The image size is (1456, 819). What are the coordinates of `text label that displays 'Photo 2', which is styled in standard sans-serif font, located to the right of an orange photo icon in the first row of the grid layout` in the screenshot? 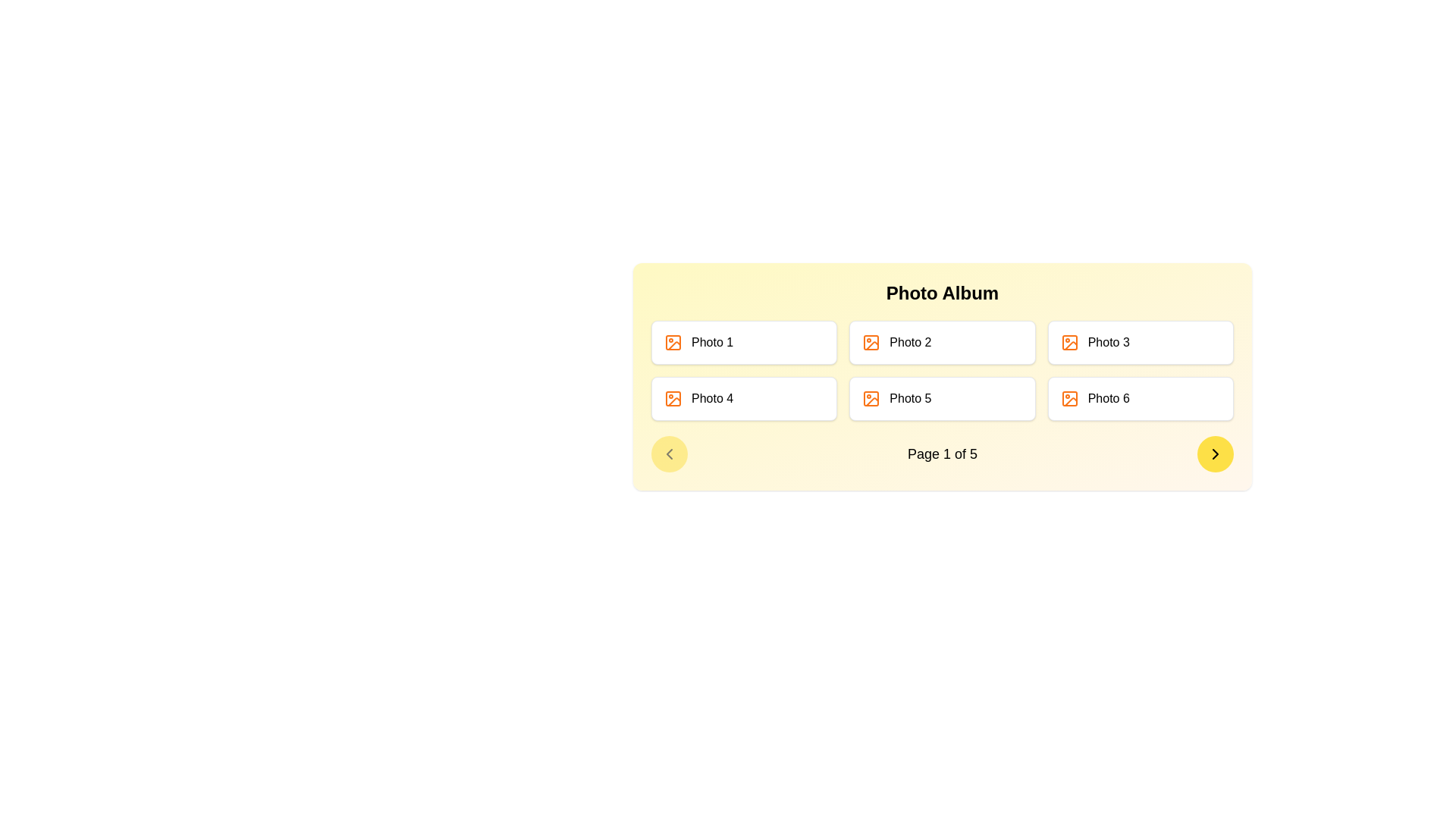 It's located at (910, 342).